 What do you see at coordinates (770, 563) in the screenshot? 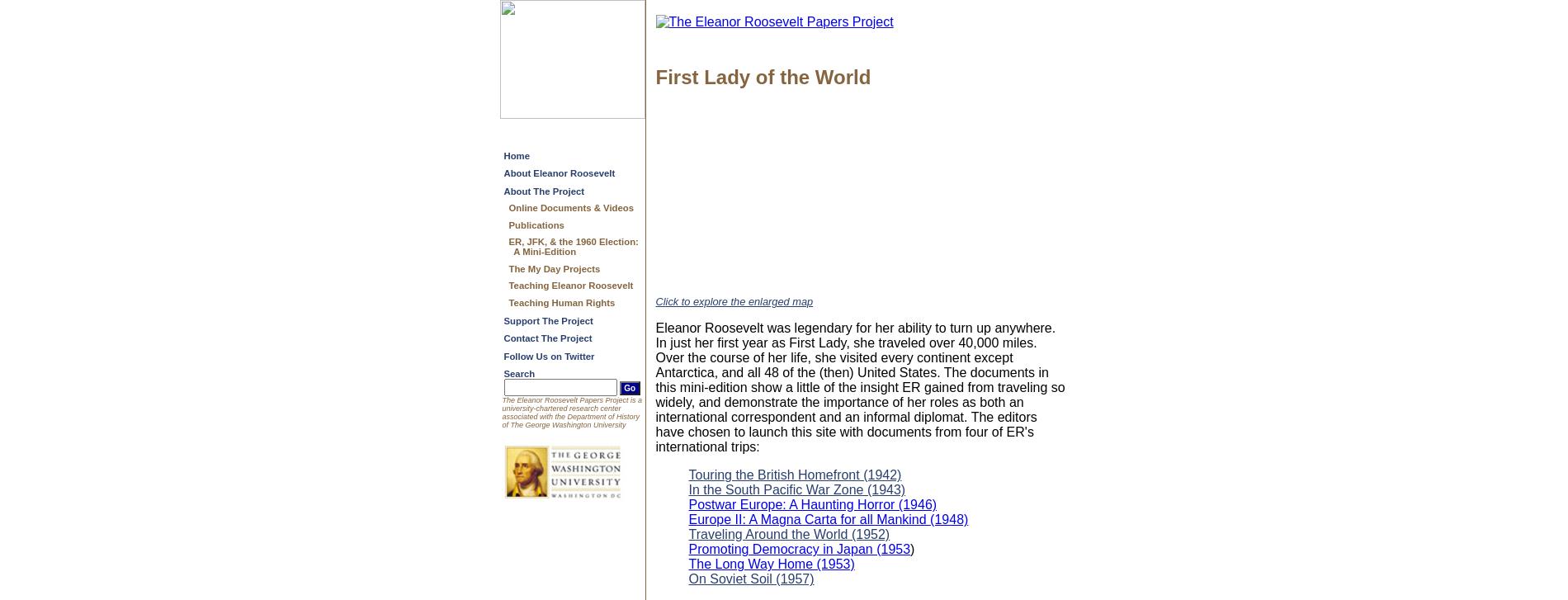
I see `'The Long Way Home (1953)'` at bounding box center [770, 563].